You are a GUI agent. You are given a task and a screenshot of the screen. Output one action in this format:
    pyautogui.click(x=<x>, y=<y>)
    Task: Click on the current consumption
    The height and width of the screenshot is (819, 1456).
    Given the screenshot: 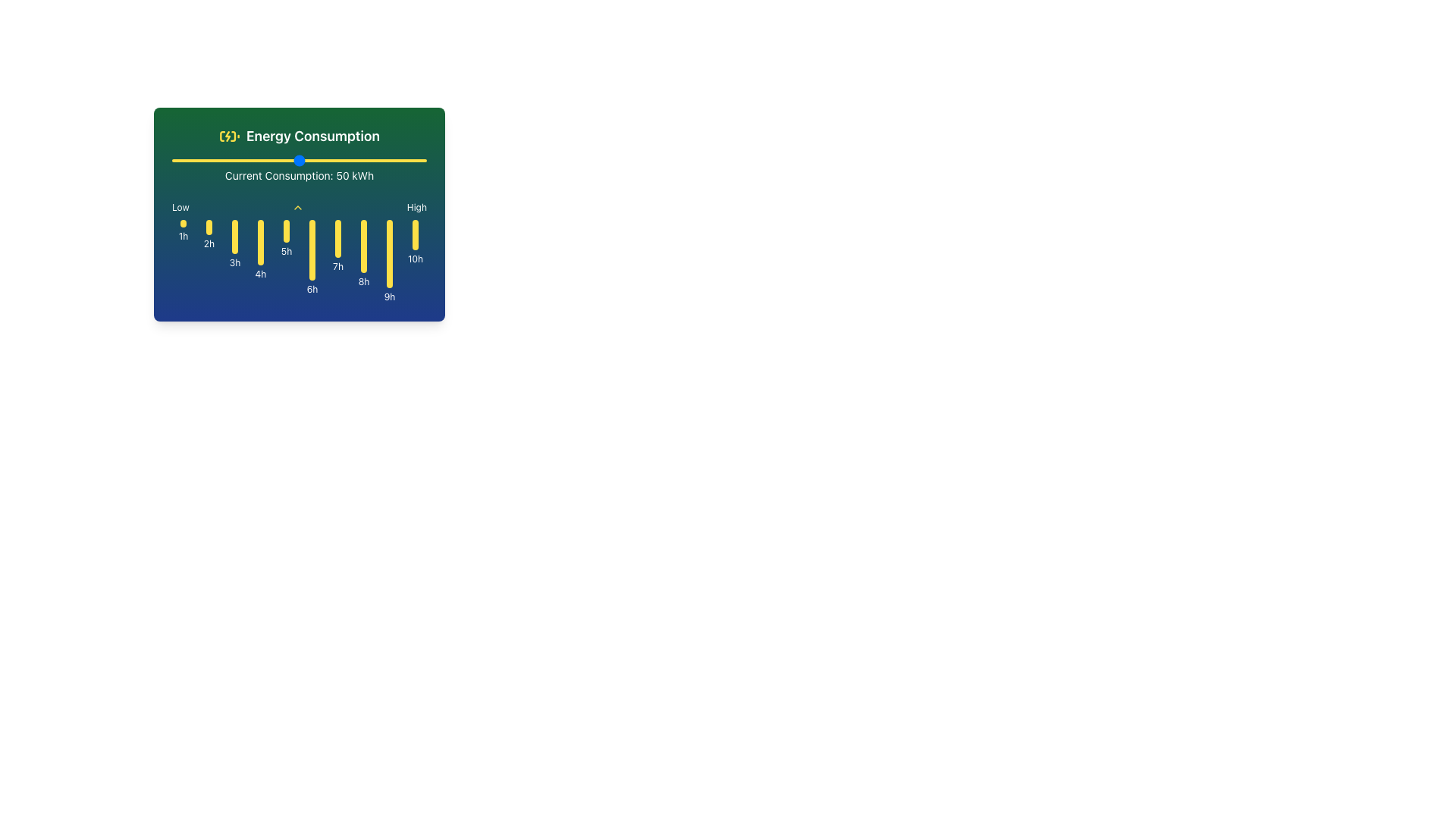 What is the action you would take?
    pyautogui.click(x=191, y=161)
    